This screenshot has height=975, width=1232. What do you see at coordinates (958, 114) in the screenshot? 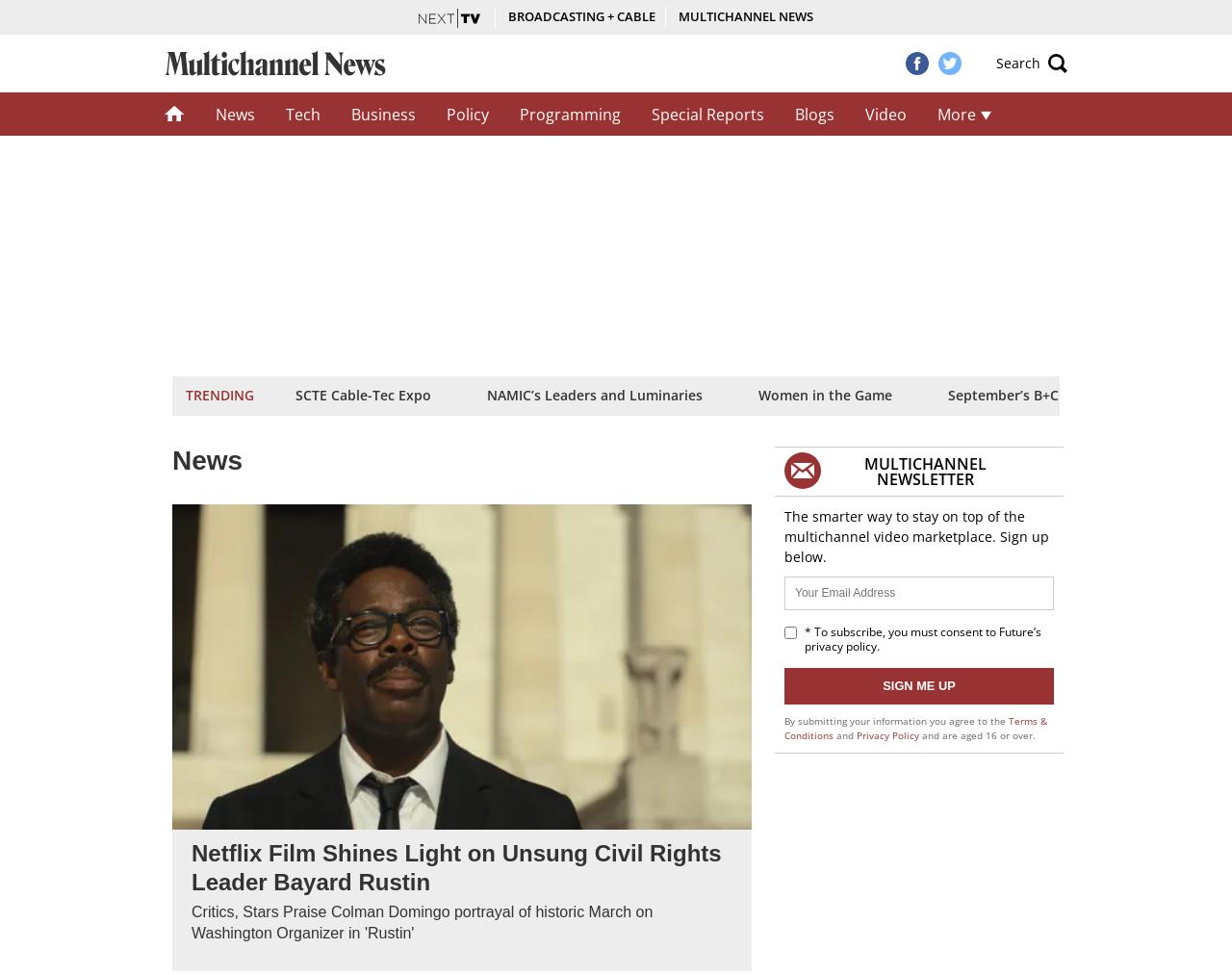
I see `'More'` at bounding box center [958, 114].